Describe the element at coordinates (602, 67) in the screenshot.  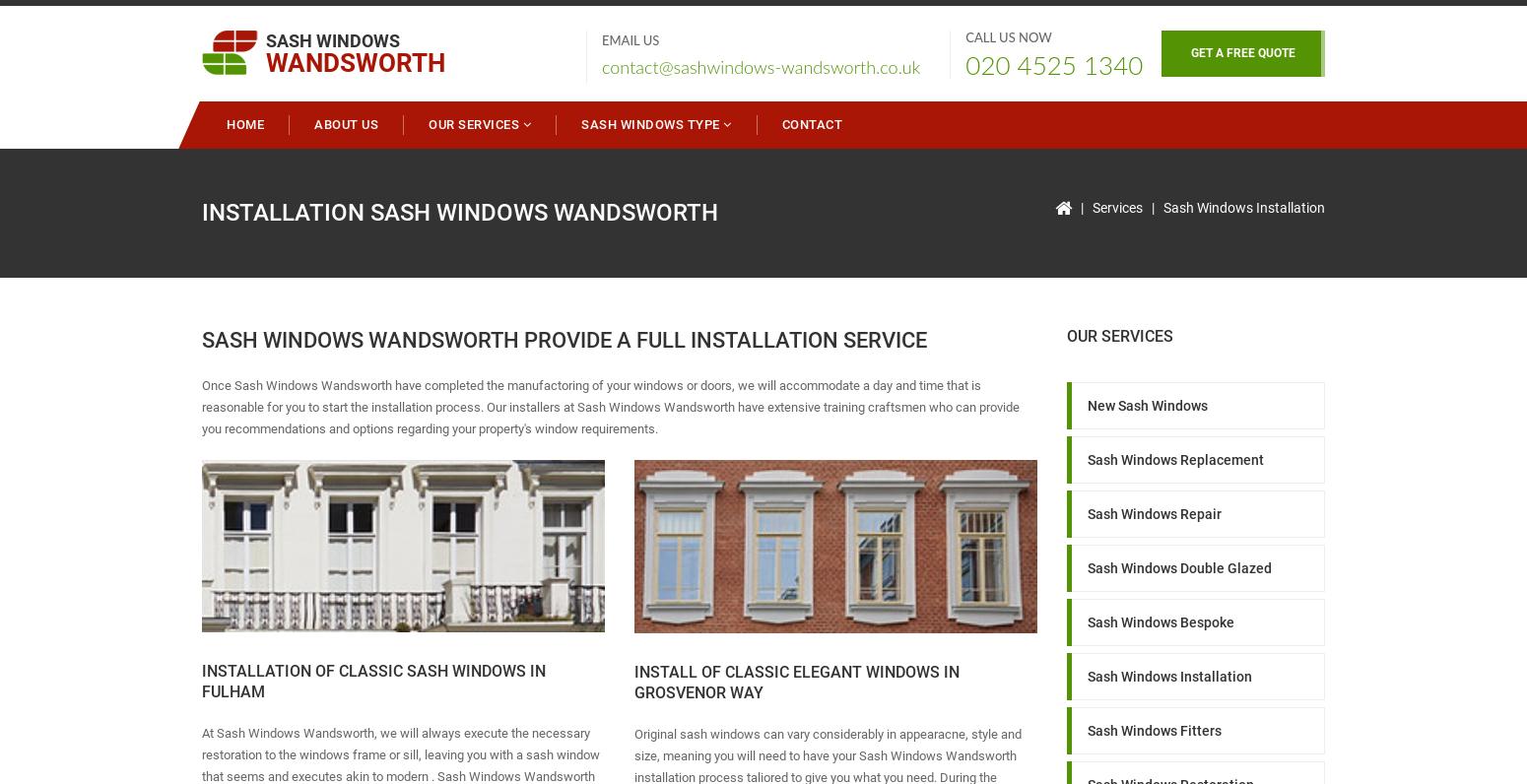
I see `'contact@sashwindows-wandsworth.co.uk'` at that location.